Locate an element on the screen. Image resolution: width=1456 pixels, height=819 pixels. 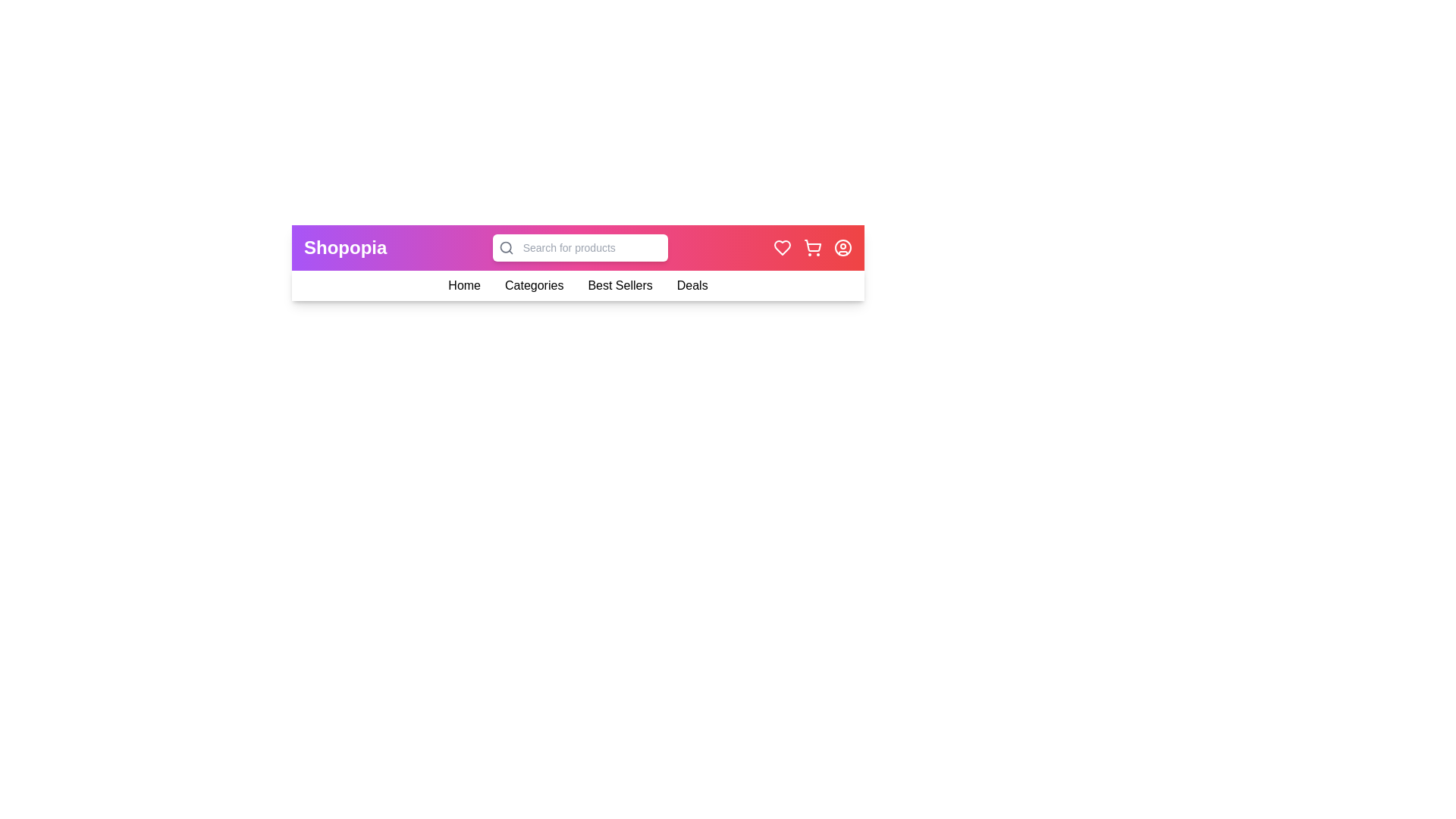
the Home navigation link is located at coordinates (463, 286).